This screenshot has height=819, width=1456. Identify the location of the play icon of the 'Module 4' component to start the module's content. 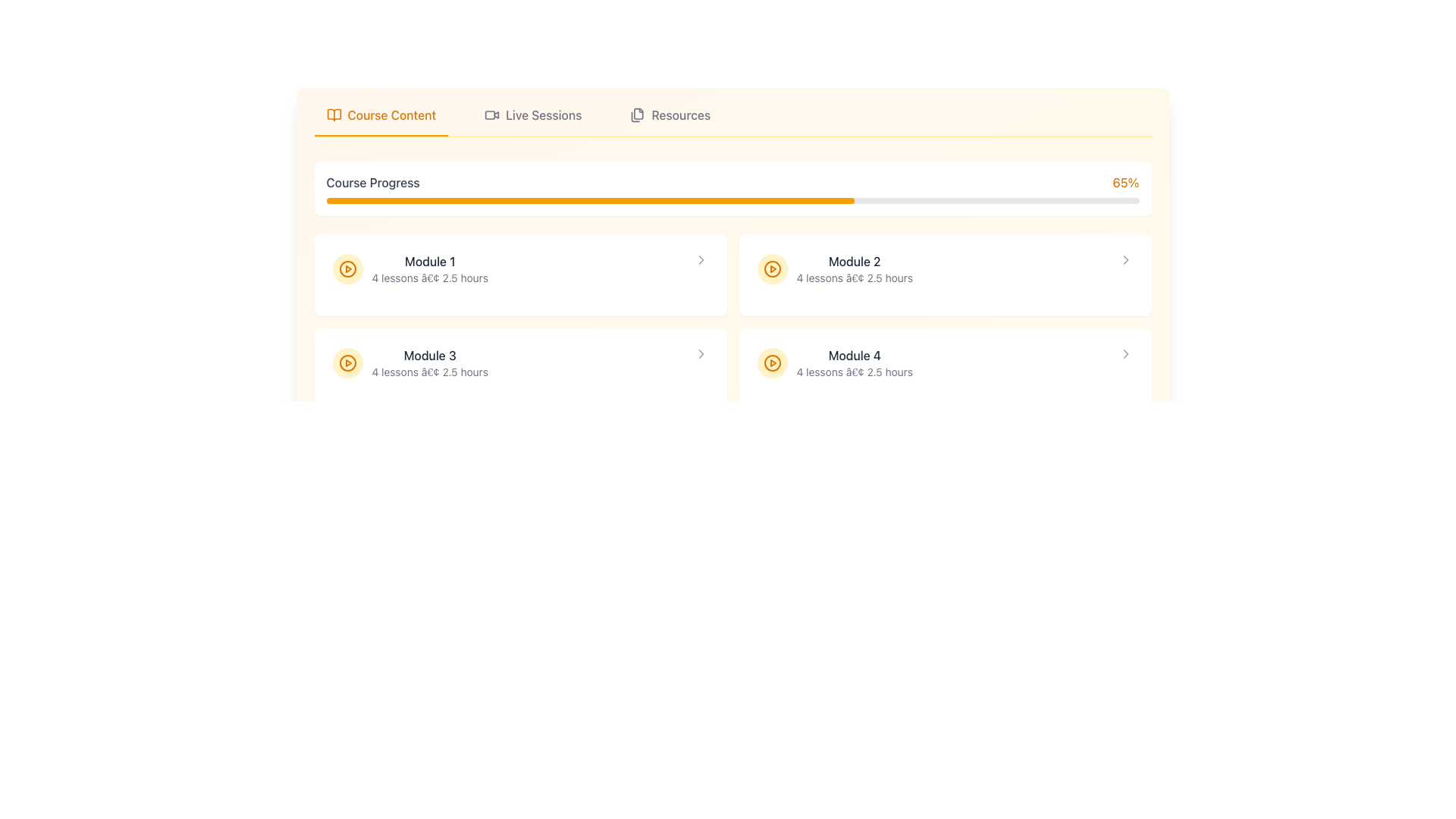
(944, 362).